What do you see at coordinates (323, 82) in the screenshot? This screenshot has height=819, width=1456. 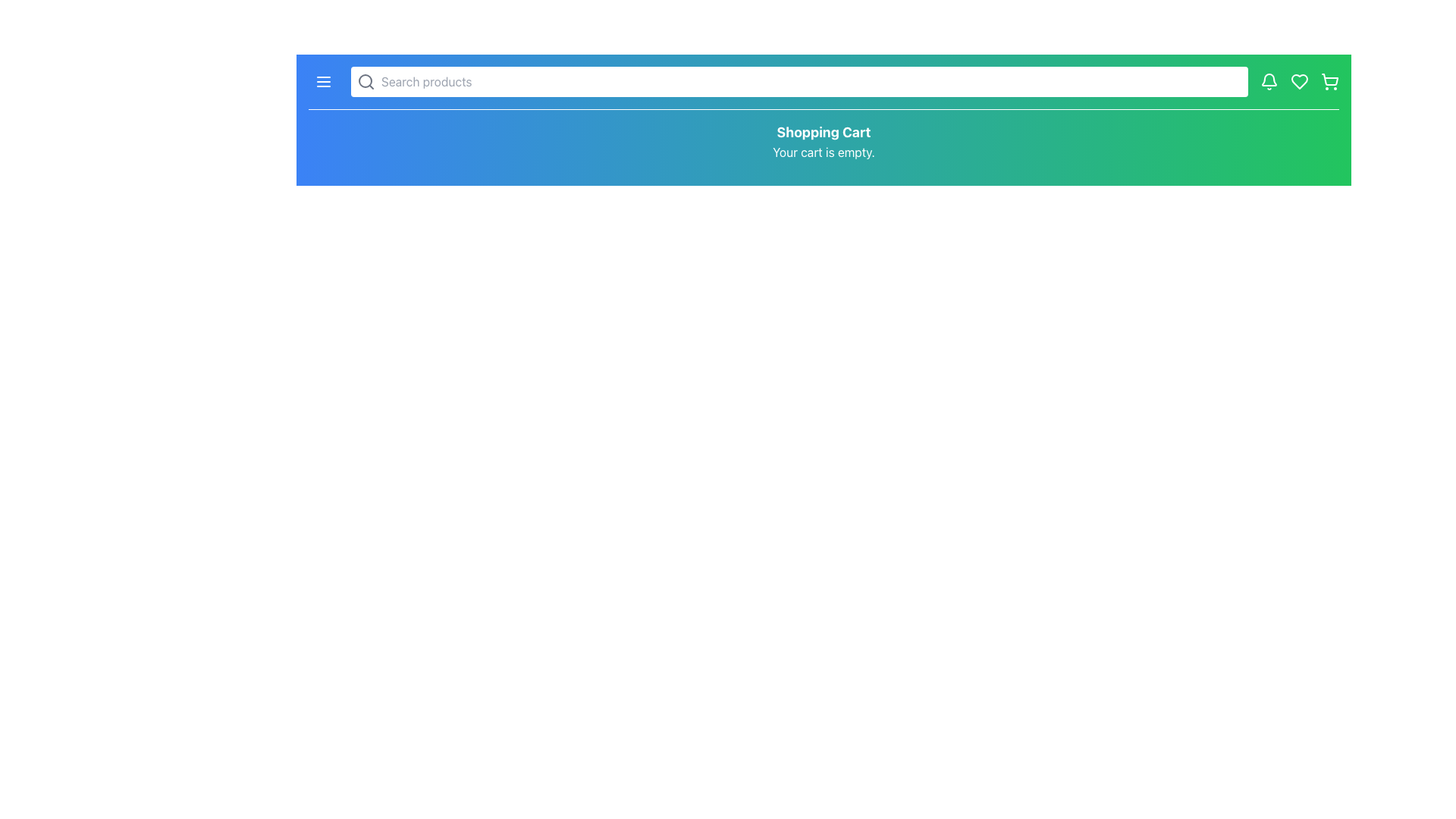 I see `the menu toggle button located at the top-left corner of the interface in the blue header bar` at bounding box center [323, 82].